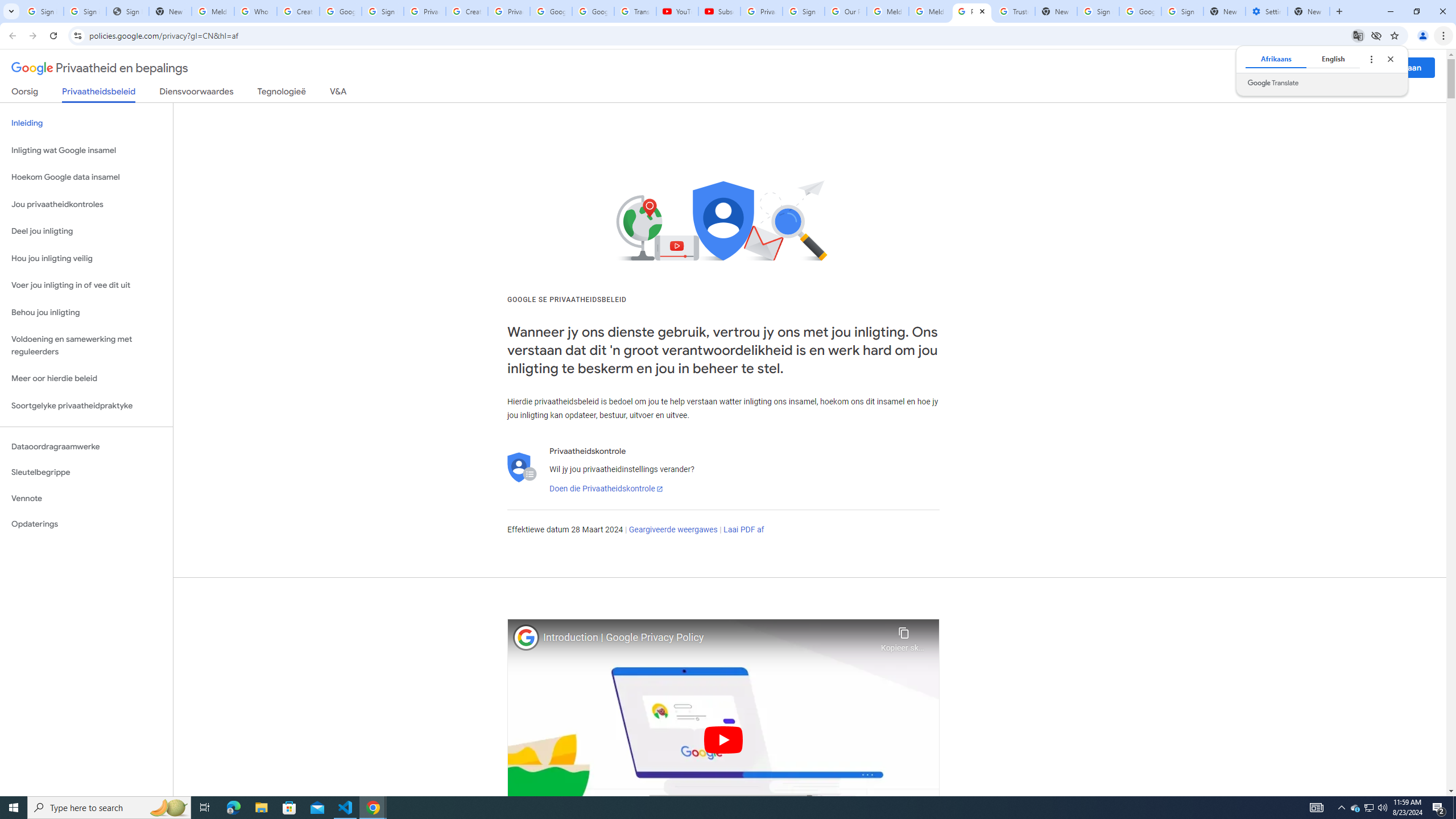  What do you see at coordinates (86, 523) in the screenshot?
I see `'Opdaterings'` at bounding box center [86, 523].